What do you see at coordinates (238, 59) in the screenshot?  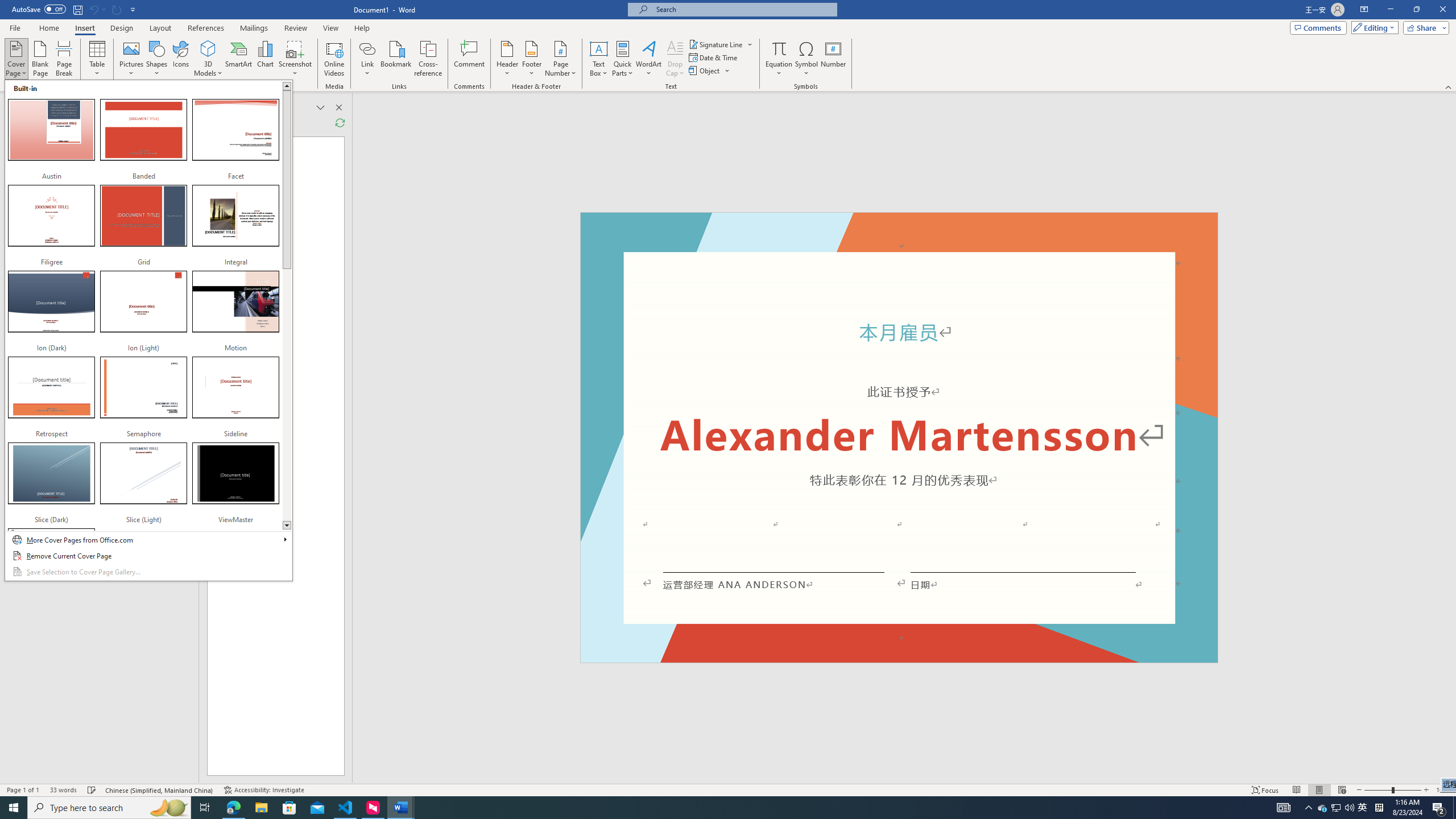 I see `'SmartArt...'` at bounding box center [238, 59].